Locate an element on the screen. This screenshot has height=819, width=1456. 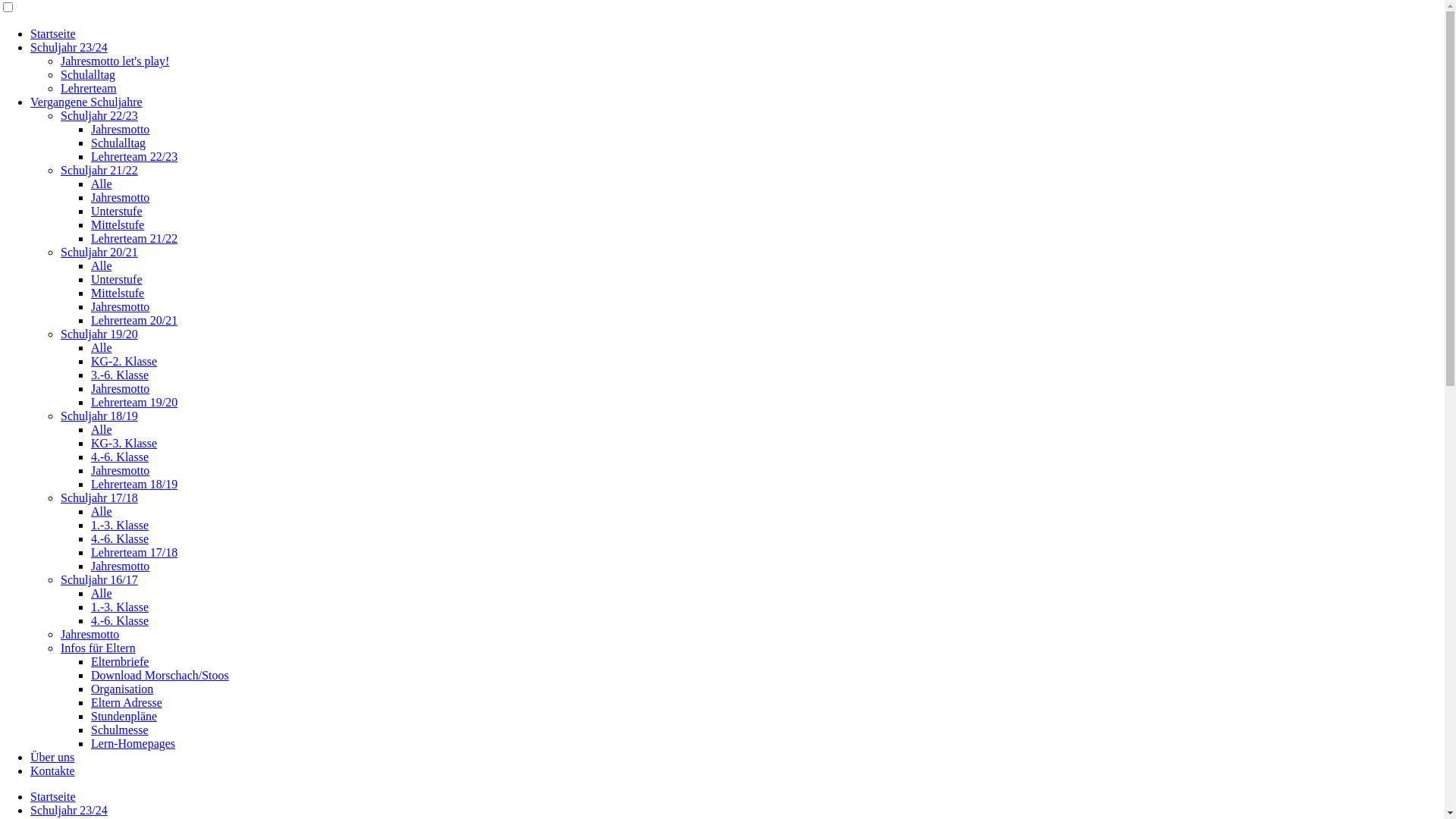
'Vergangene Schuljahre' is located at coordinates (86, 102).